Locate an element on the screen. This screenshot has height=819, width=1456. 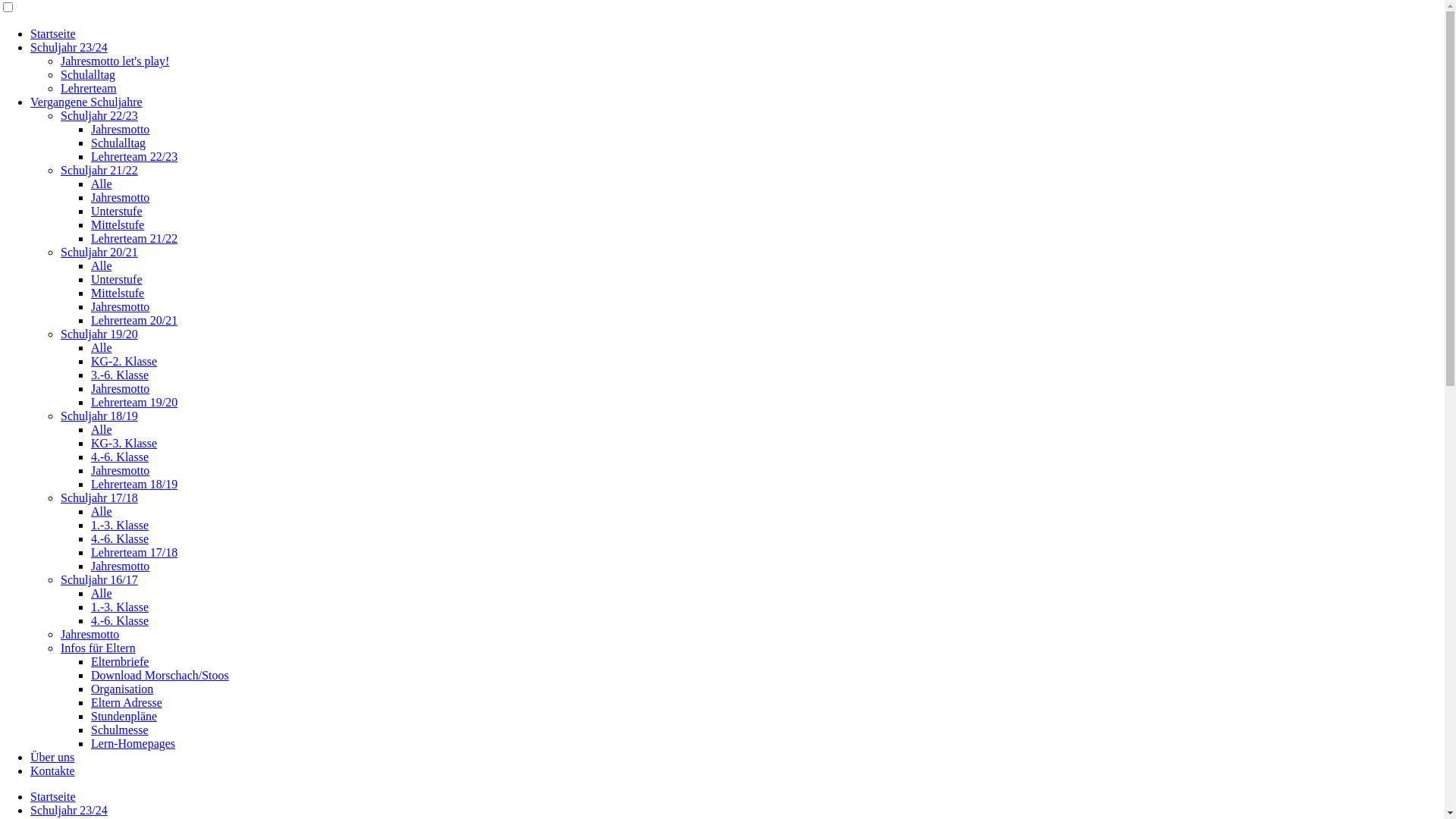
'Vergangene Schuljahre' is located at coordinates (86, 102).